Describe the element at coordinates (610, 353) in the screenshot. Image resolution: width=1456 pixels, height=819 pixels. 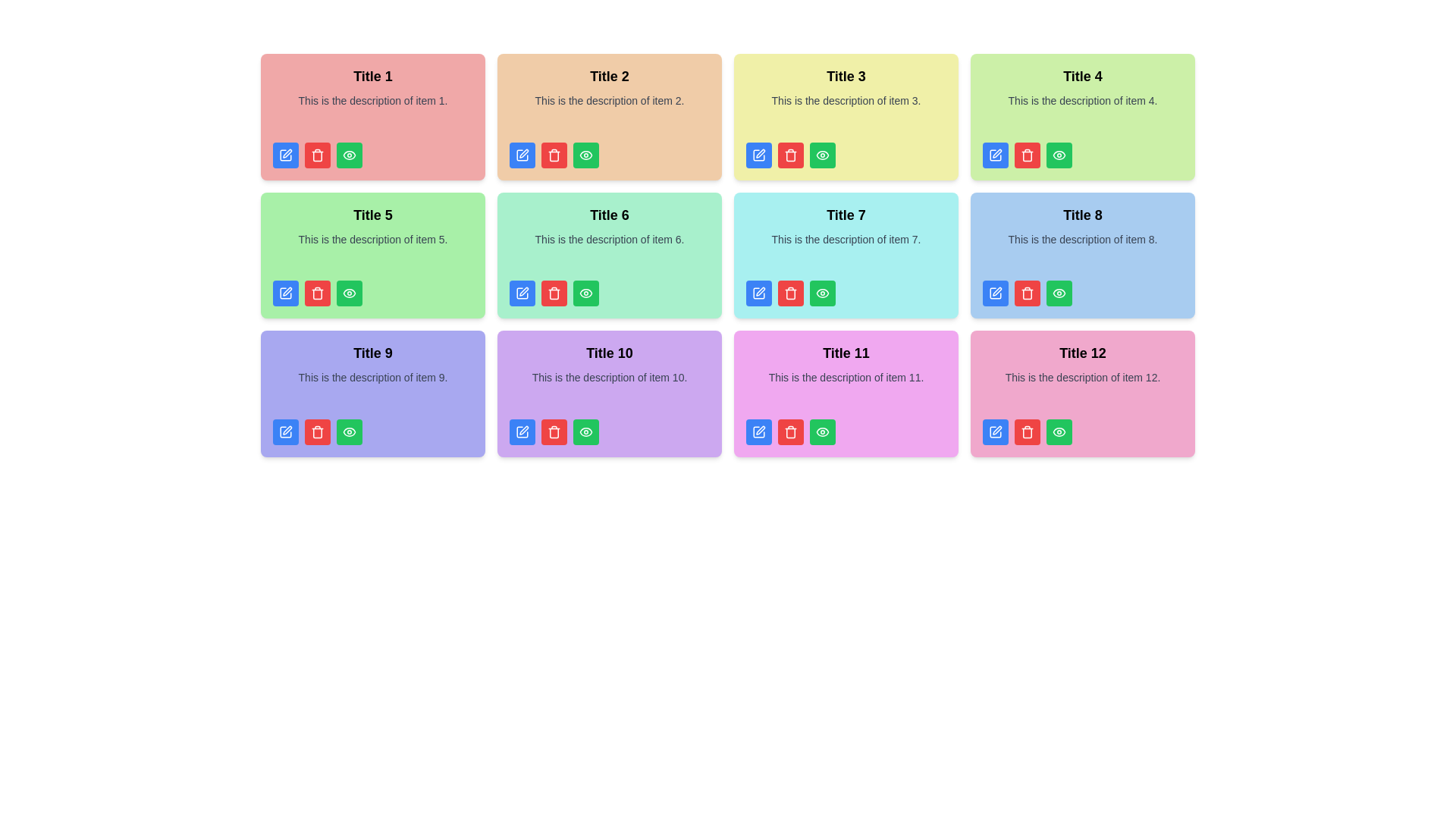
I see `title text of the card located in the fourth column of the second row, which has a purple background and serves as a heading for its content` at that location.